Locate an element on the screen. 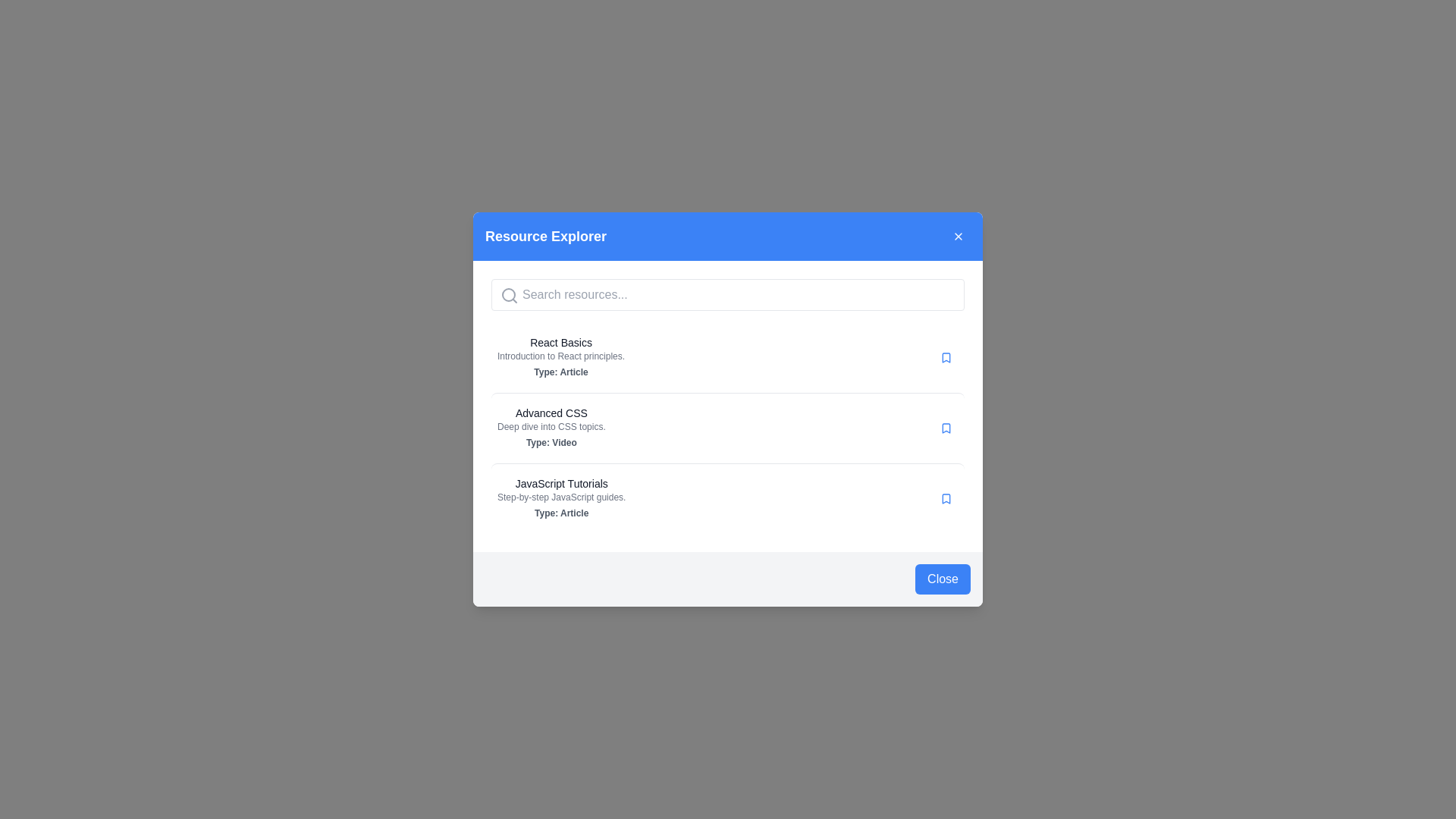  the small, blue-outlined bookmark icon button located at the rightmost part of the row containing the text 'Advanced CSS' for accessibility navigation is located at coordinates (946, 428).